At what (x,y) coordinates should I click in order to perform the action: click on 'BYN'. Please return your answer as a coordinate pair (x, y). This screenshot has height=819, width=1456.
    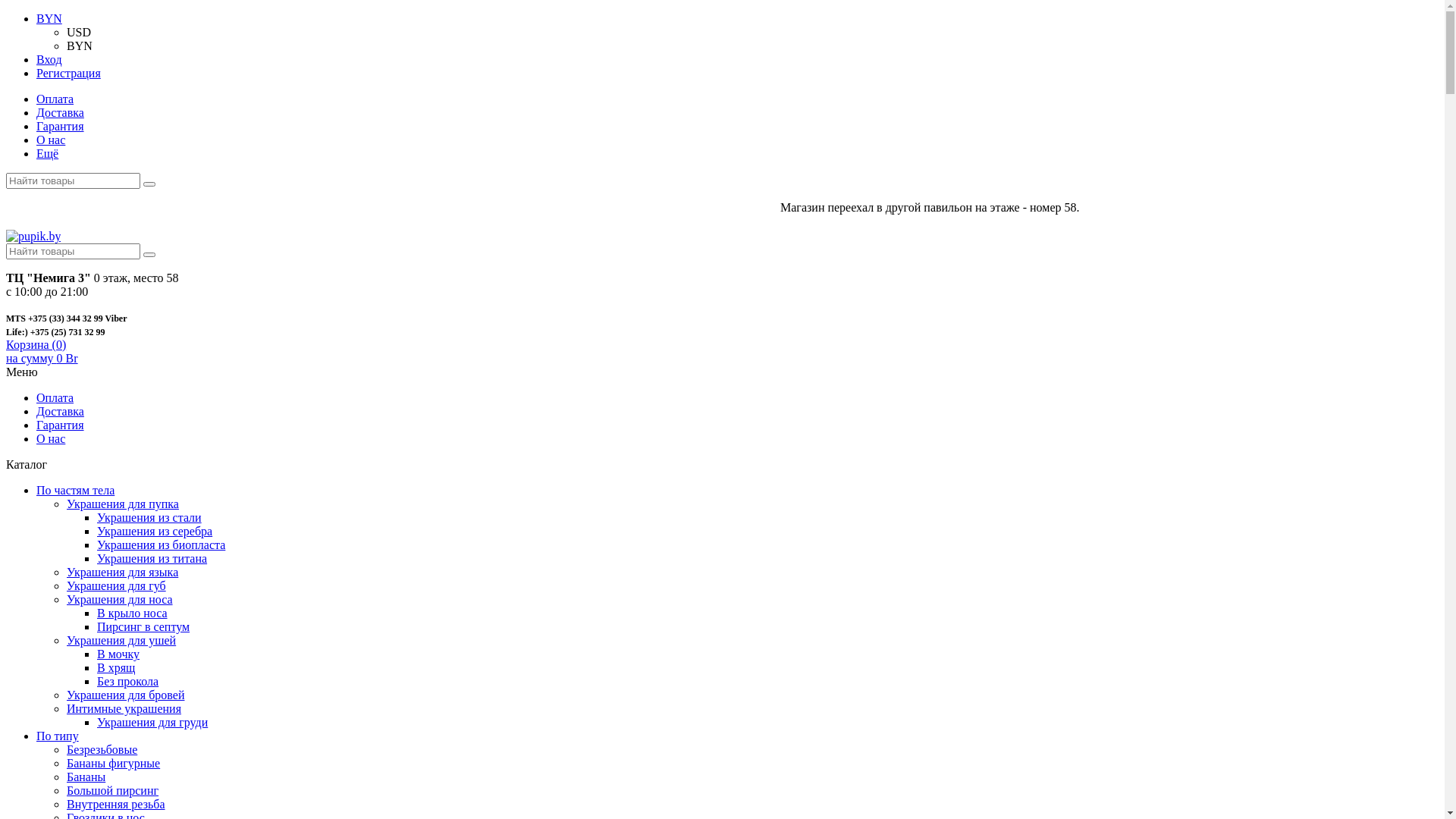
    Looking at the image, I should click on (79, 45).